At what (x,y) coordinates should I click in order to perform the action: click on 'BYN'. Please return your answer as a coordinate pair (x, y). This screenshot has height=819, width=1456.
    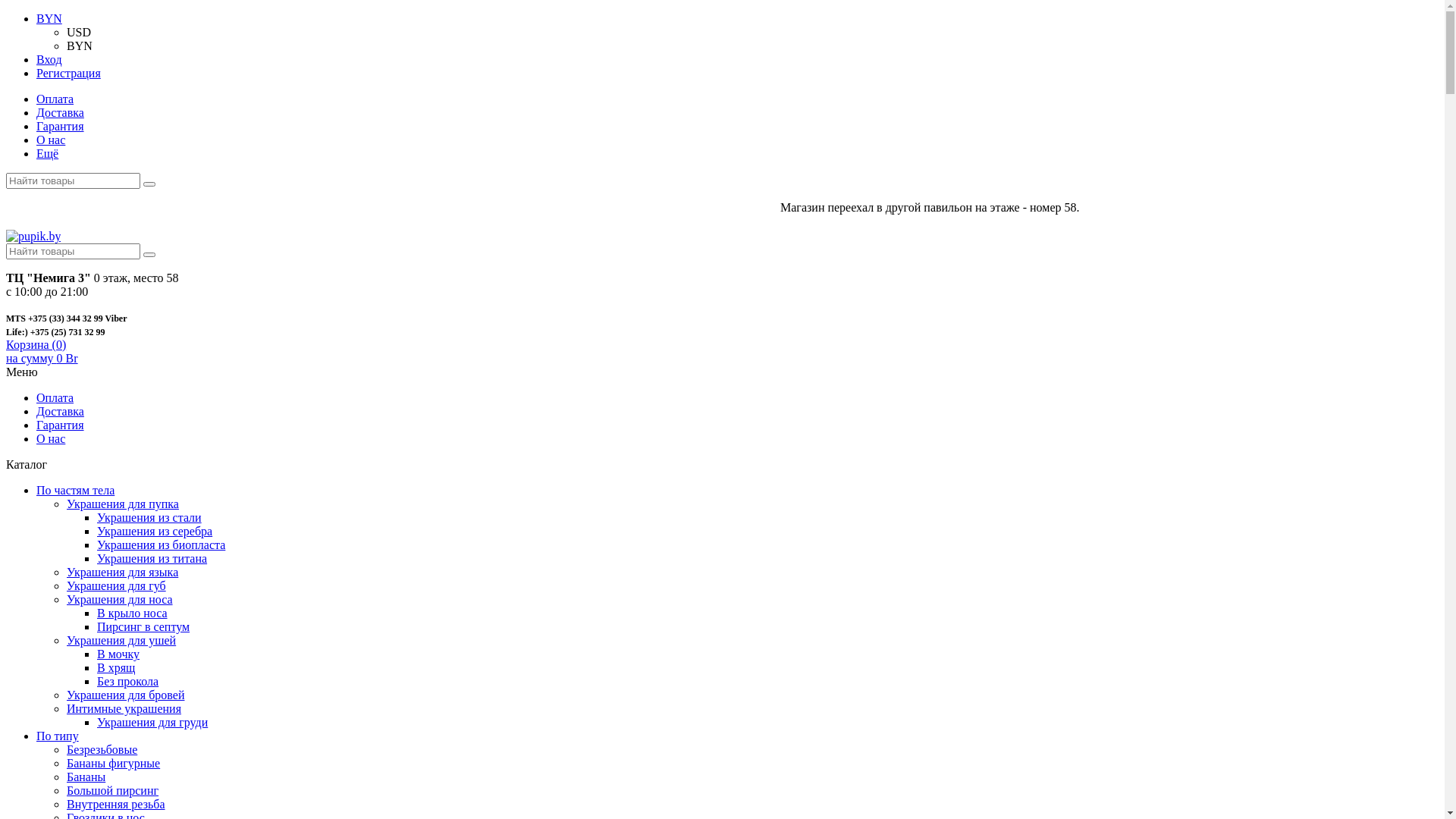
    Looking at the image, I should click on (79, 45).